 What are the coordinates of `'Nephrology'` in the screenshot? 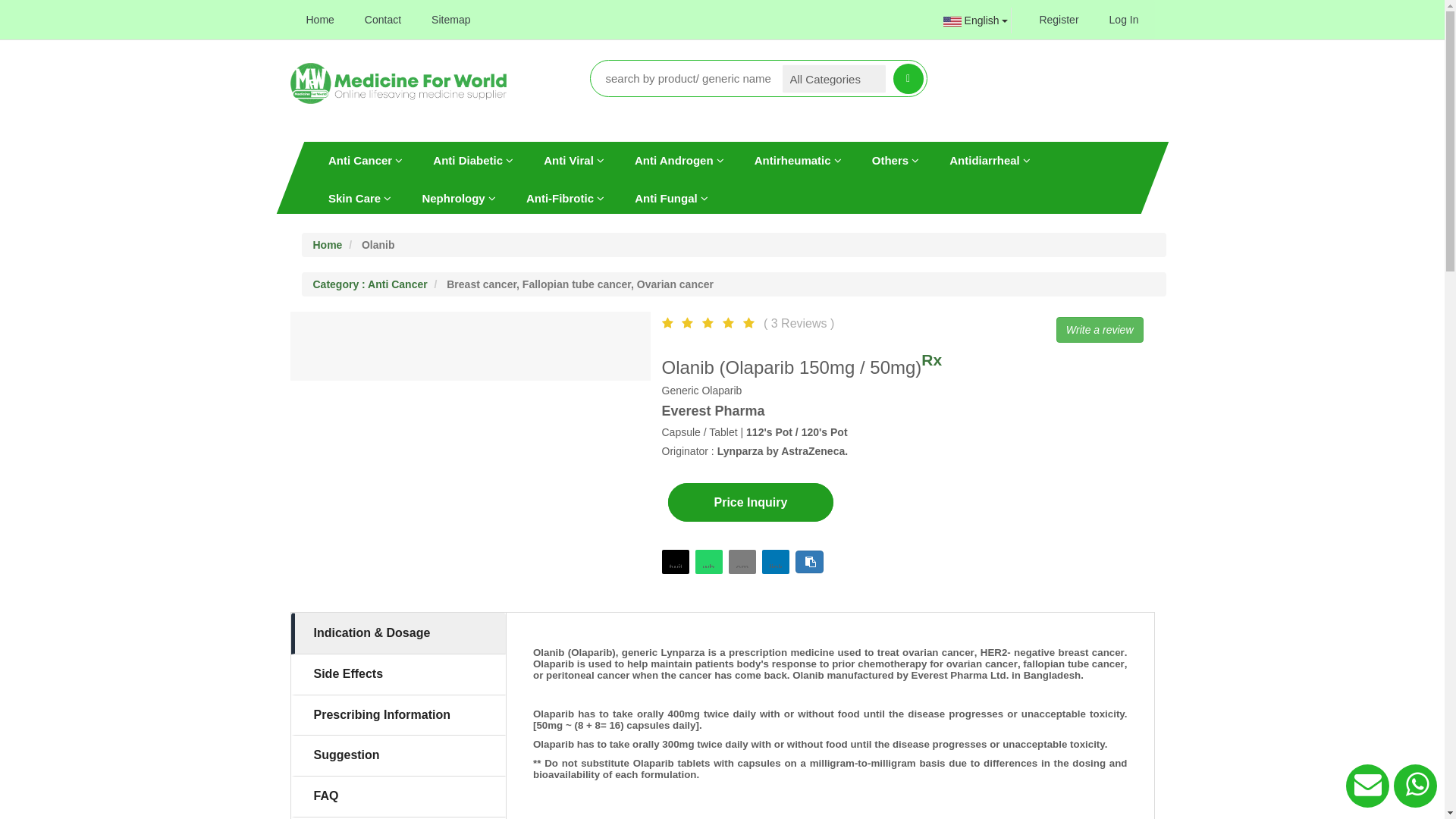 It's located at (406, 197).